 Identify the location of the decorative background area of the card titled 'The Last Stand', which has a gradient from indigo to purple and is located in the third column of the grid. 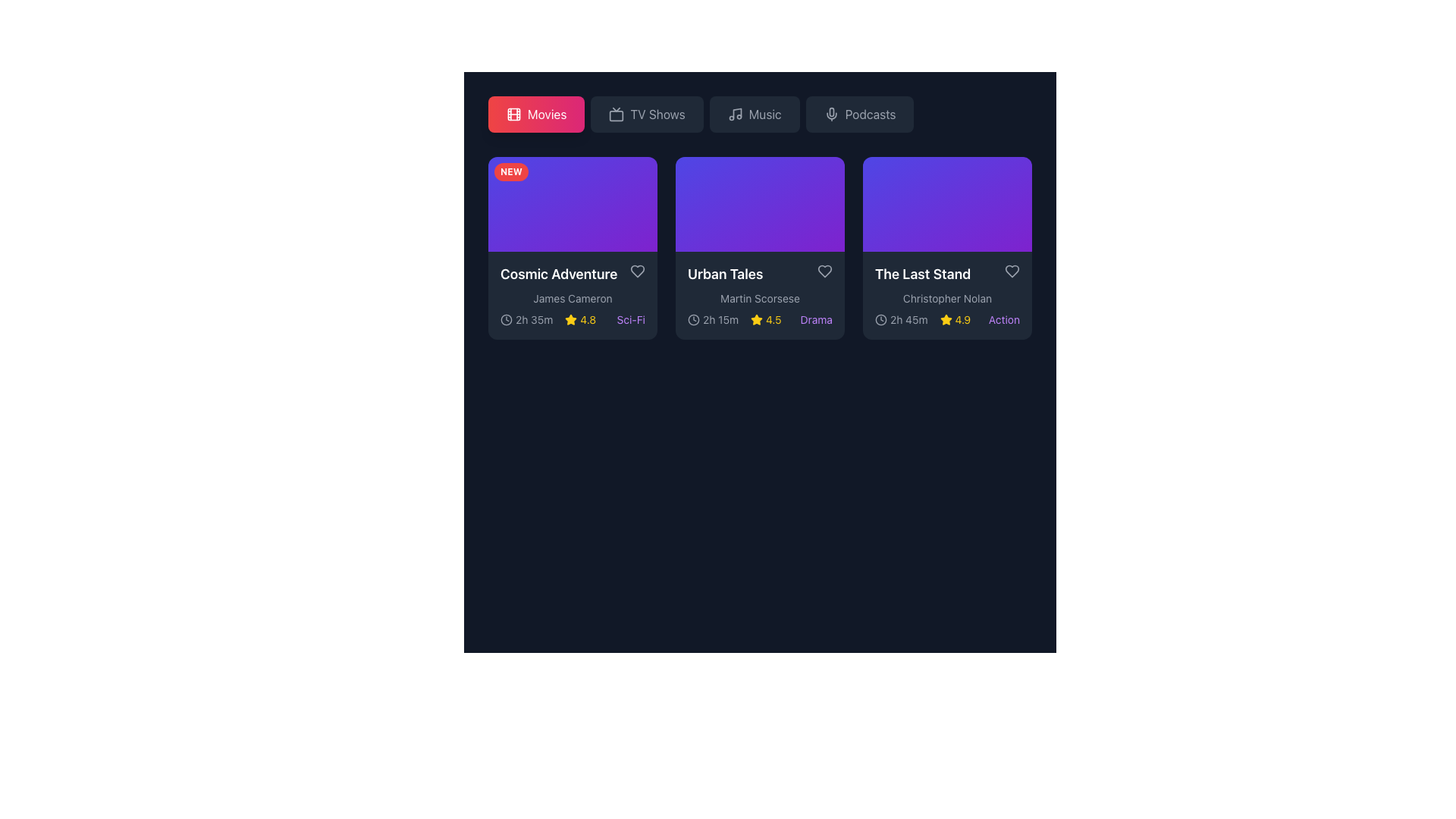
(946, 203).